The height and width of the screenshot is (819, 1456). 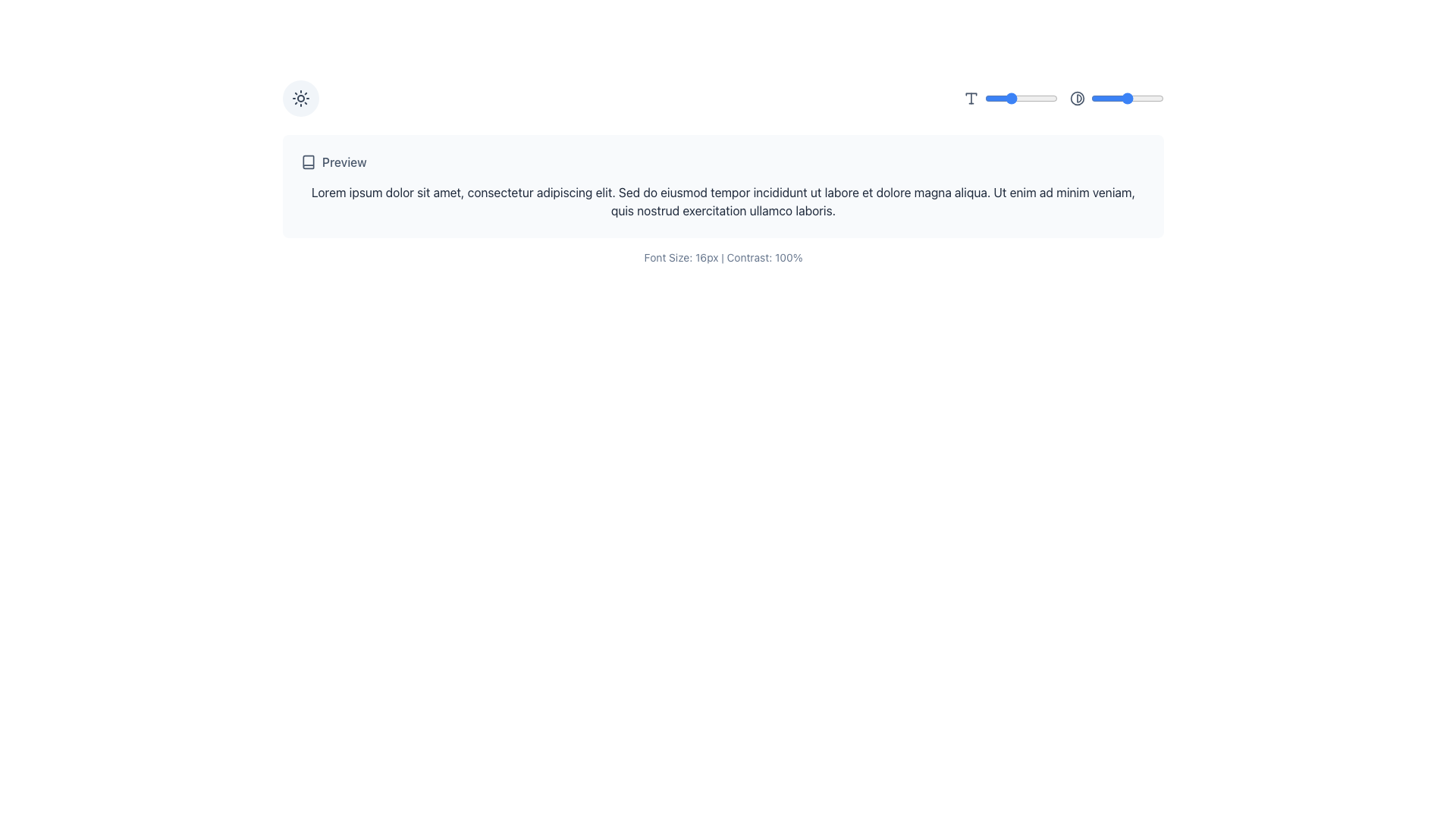 What do you see at coordinates (1113, 102) in the screenshot?
I see `the save icon in the toolbar located at the top right of the interface` at bounding box center [1113, 102].